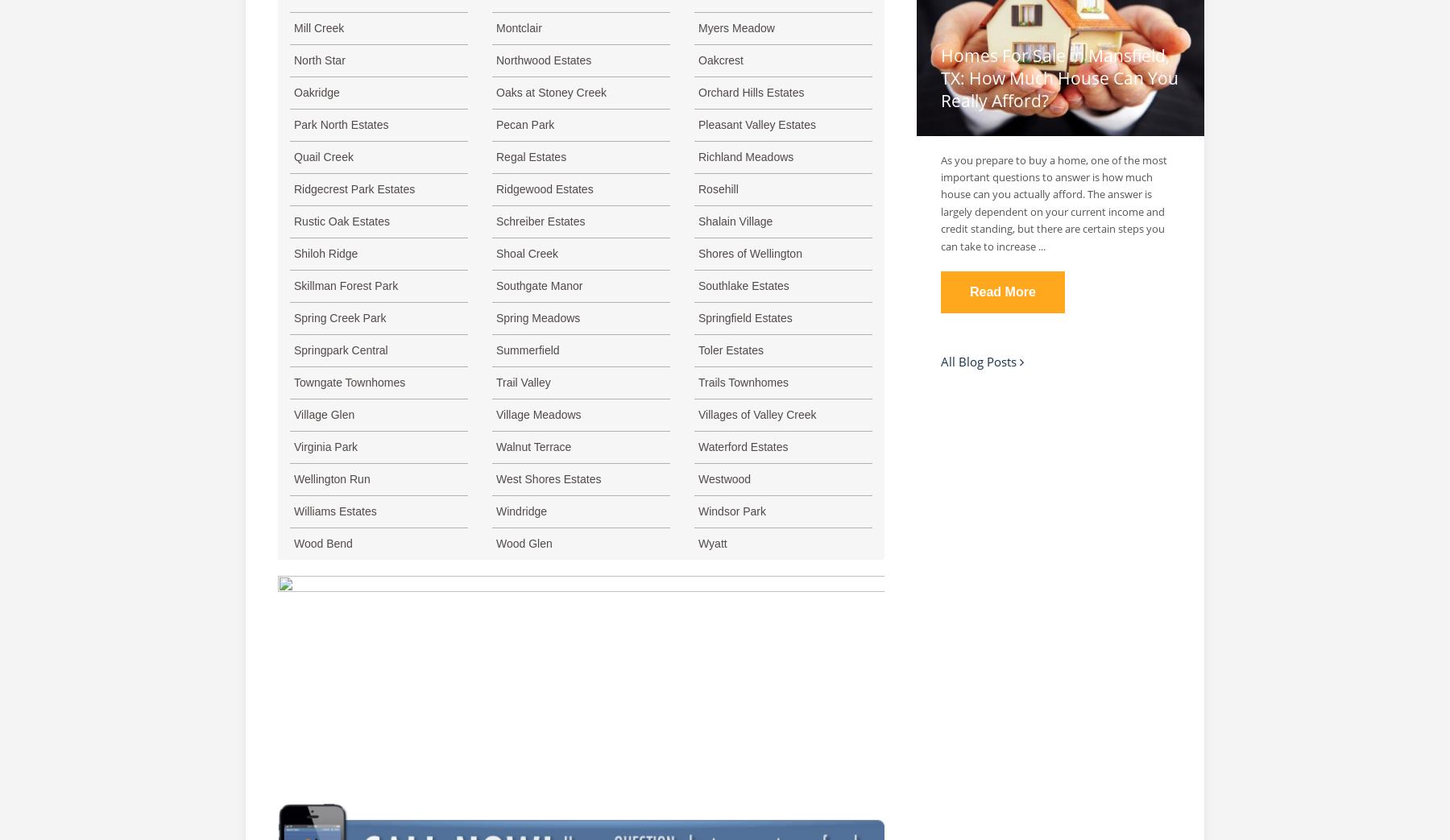 The image size is (1450, 840). Describe the element at coordinates (342, 221) in the screenshot. I see `'Rustic Oak Estates'` at that location.